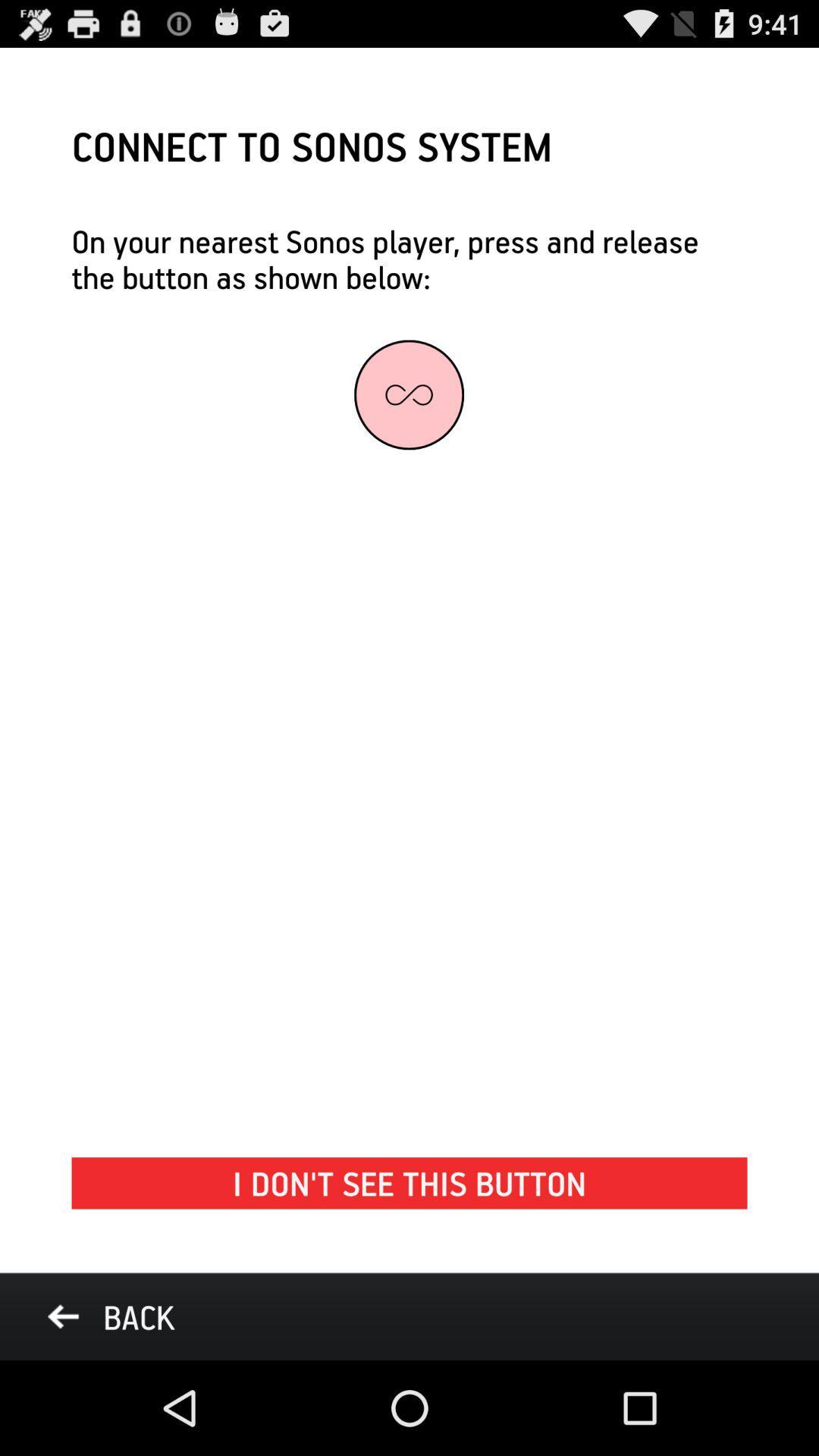  I want to click on i don t item, so click(409, 1182).